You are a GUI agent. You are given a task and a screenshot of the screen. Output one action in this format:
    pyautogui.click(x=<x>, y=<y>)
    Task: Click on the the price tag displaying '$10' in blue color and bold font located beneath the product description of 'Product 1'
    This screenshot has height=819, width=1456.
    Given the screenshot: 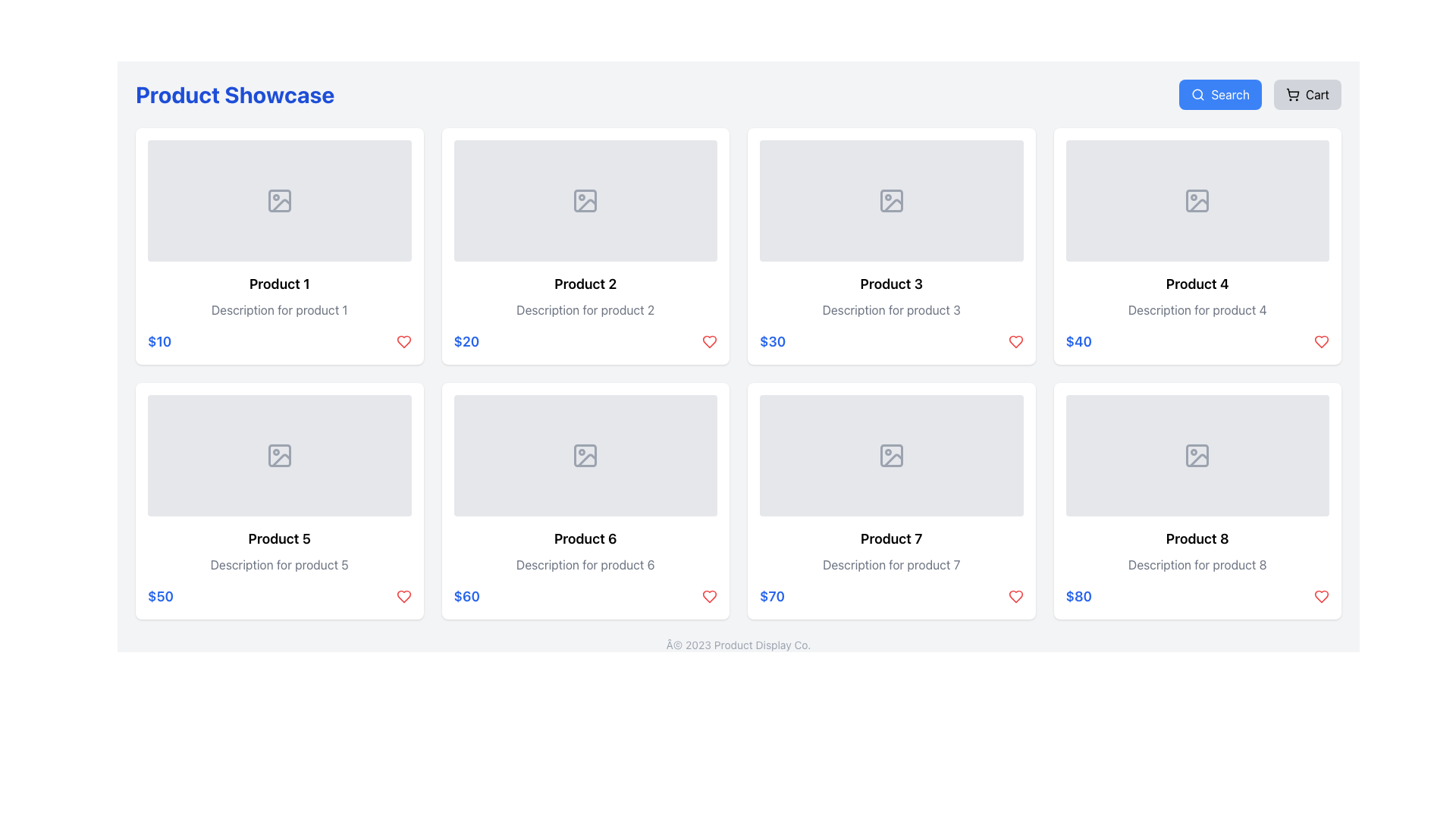 What is the action you would take?
    pyautogui.click(x=159, y=342)
    